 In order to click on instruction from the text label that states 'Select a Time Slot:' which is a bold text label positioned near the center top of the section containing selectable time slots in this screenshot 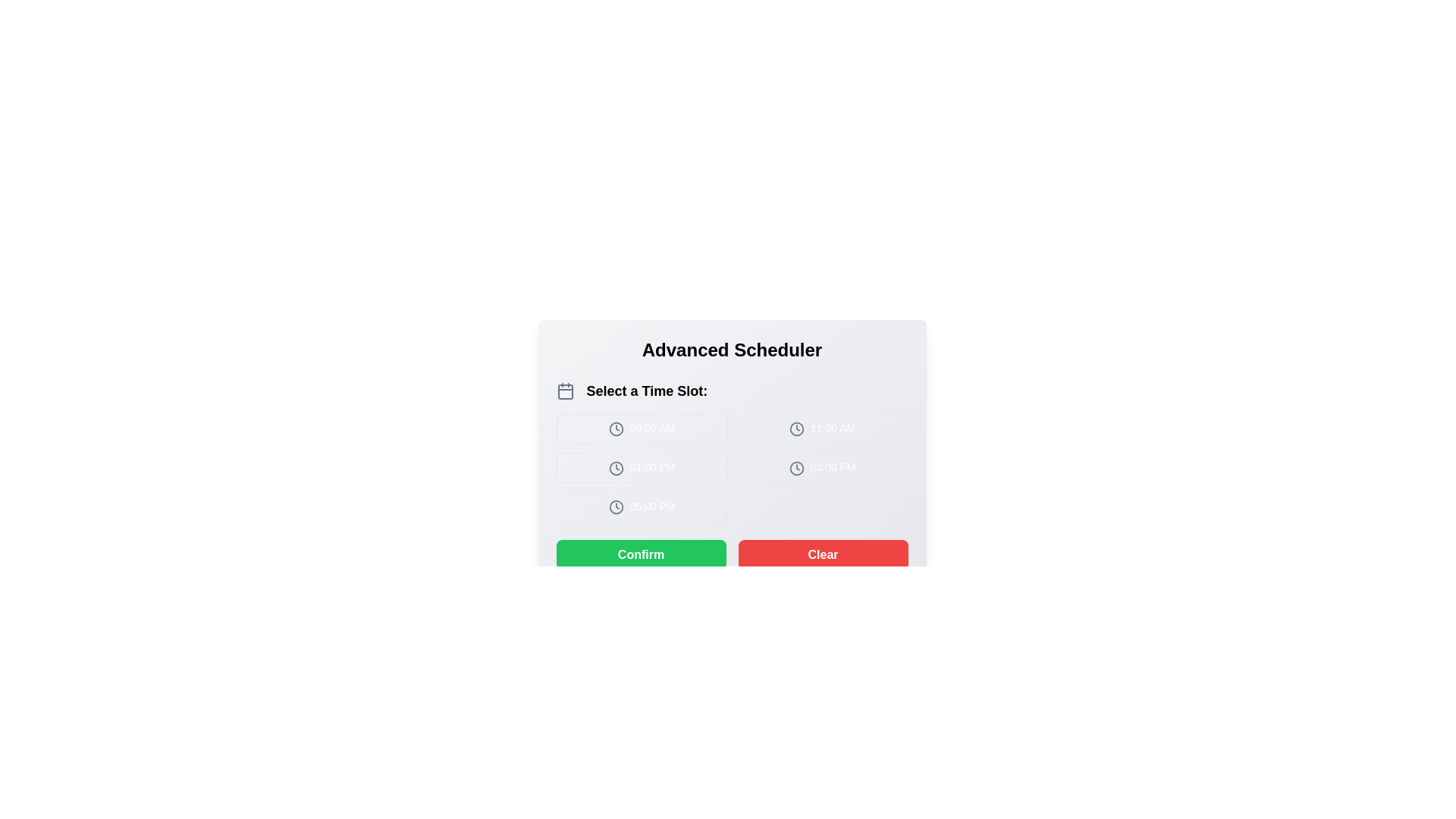, I will do `click(647, 391)`.